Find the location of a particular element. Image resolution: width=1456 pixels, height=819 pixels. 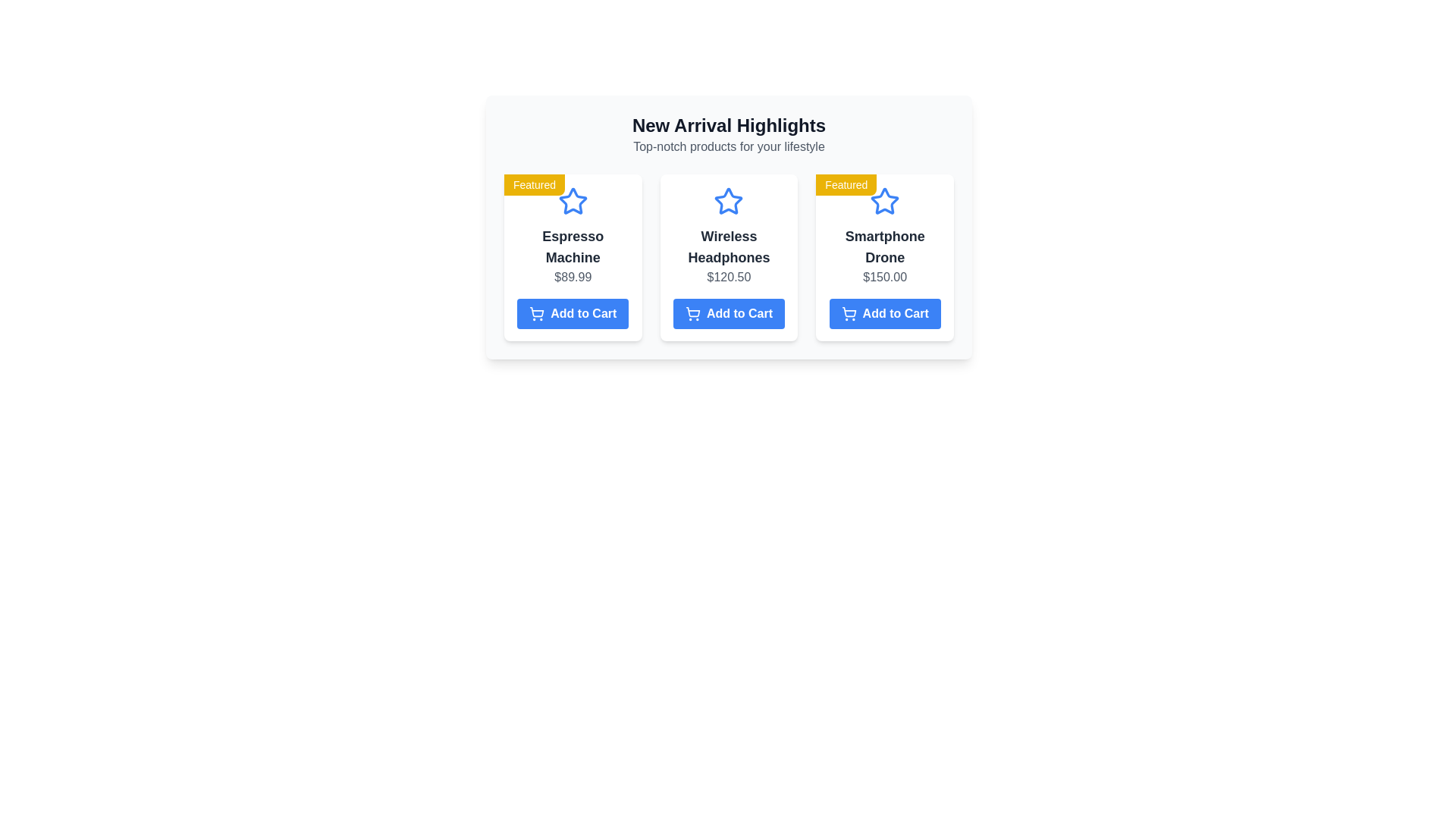

the price label displaying '$120.50' beneath the product name 'Wireless Headphones' and above the 'Add to Cart' button is located at coordinates (729, 278).